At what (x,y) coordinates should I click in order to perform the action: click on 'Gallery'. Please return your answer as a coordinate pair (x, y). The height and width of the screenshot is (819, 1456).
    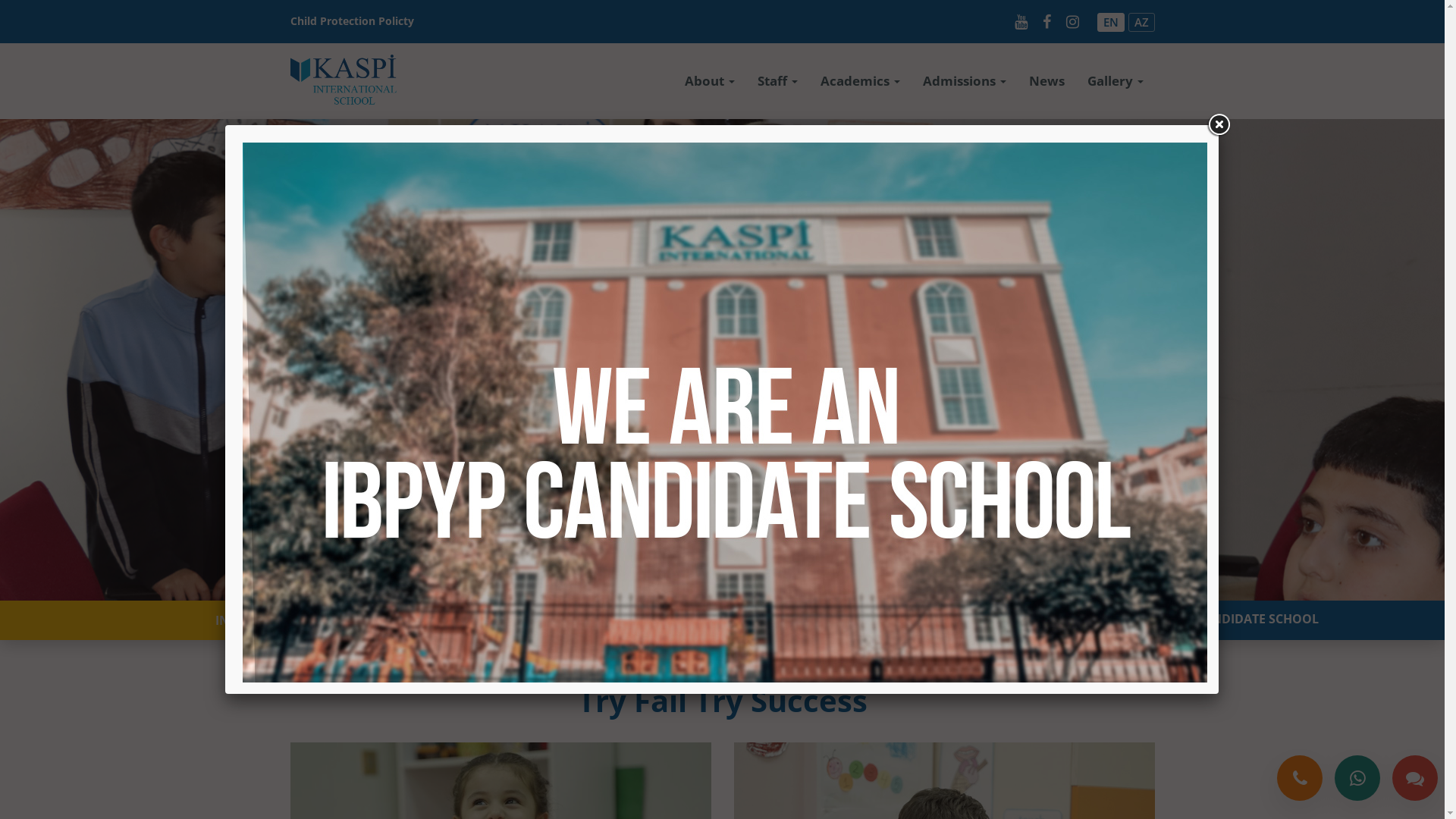
    Looking at the image, I should click on (1114, 81).